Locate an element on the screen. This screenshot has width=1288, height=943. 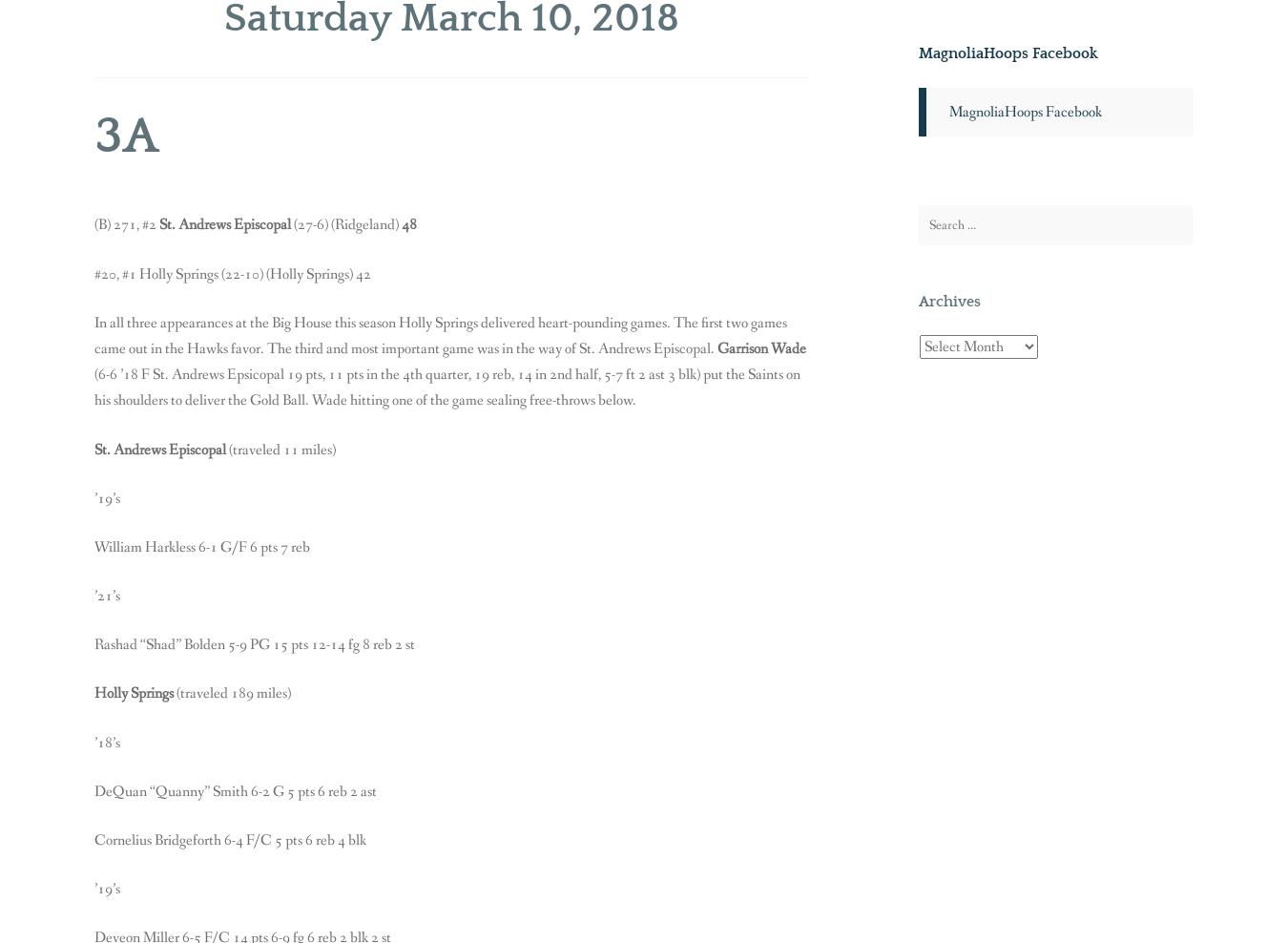
'Holly Springs' is located at coordinates (135, 693).